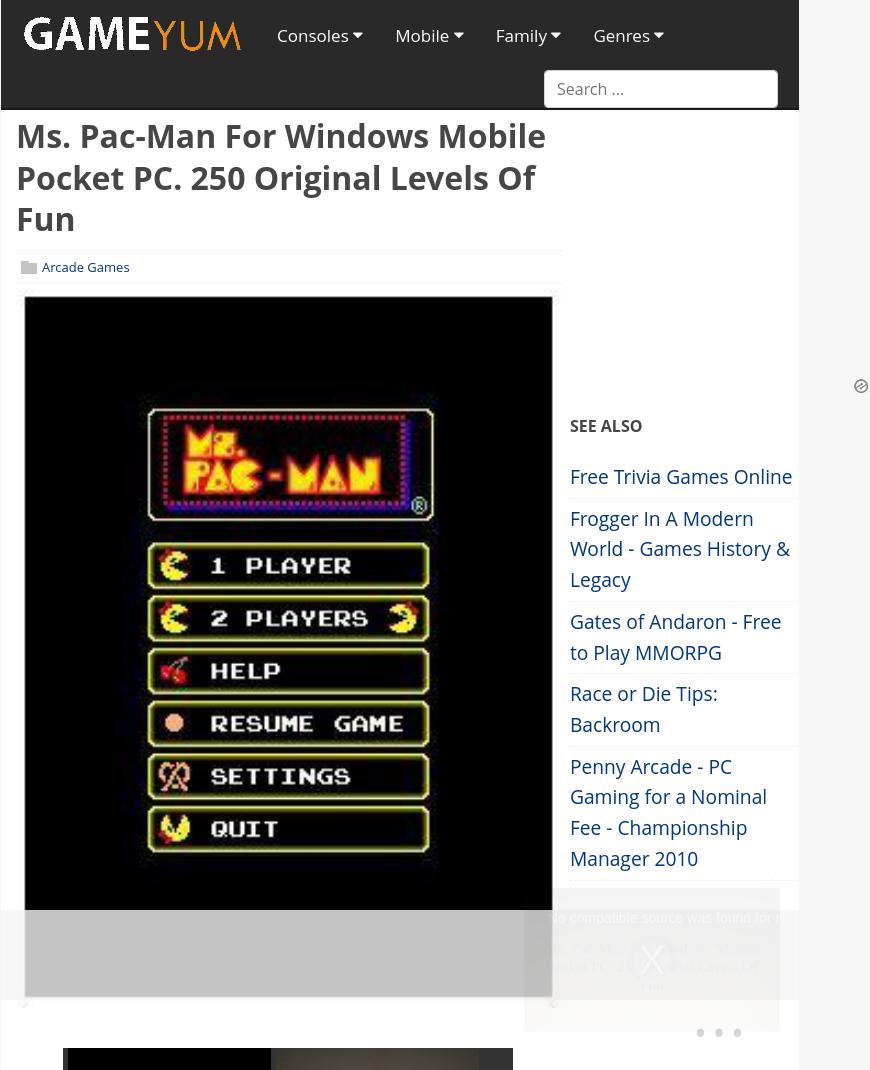  Describe the element at coordinates (567, 475) in the screenshot. I see `'Free Trivia Games Online'` at that location.